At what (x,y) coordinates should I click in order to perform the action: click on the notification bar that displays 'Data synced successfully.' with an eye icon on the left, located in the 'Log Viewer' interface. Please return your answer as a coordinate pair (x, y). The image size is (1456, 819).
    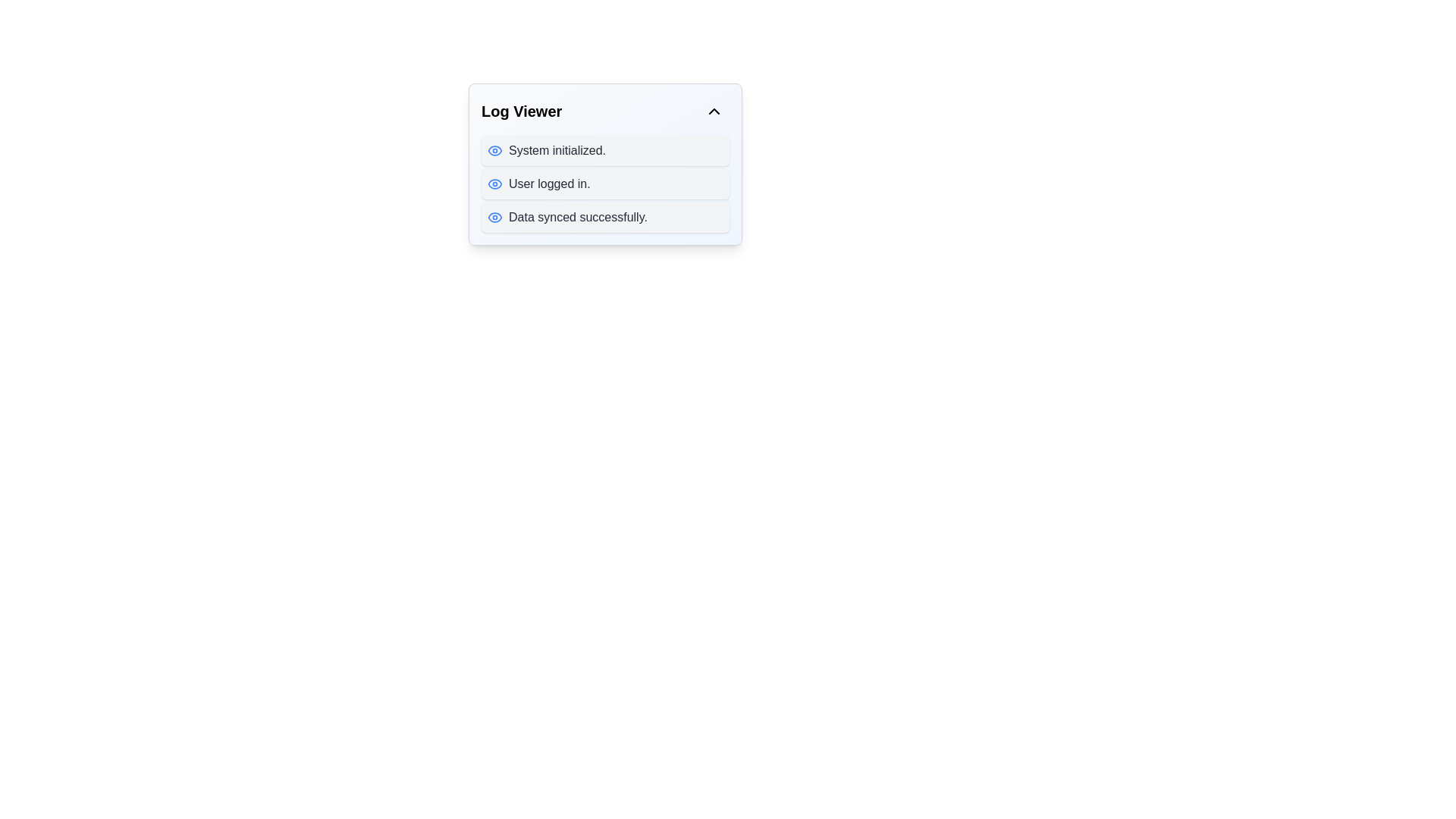
    Looking at the image, I should click on (604, 217).